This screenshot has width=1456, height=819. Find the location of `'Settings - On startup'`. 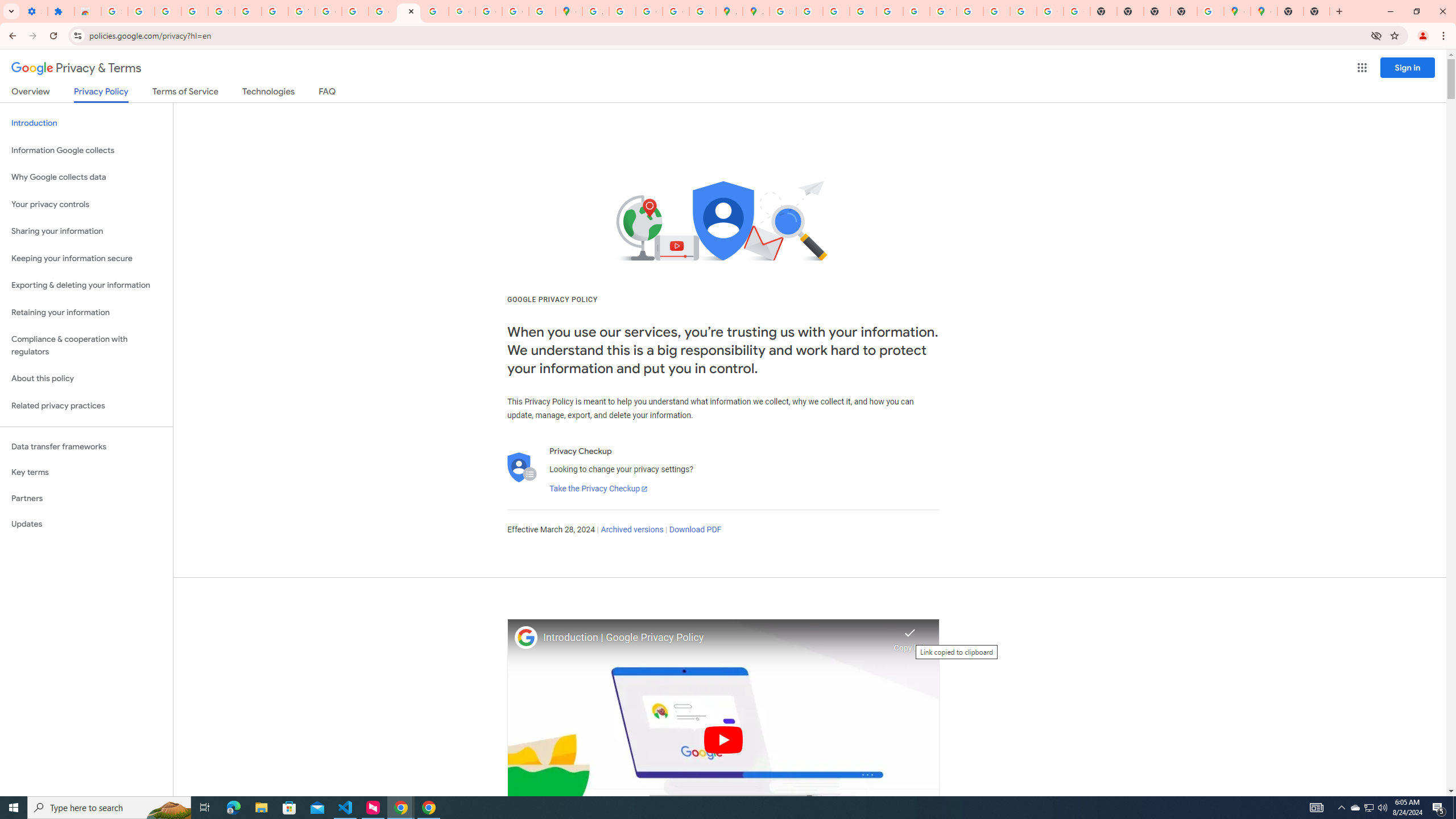

'Settings - On startup' is located at coordinates (34, 11).